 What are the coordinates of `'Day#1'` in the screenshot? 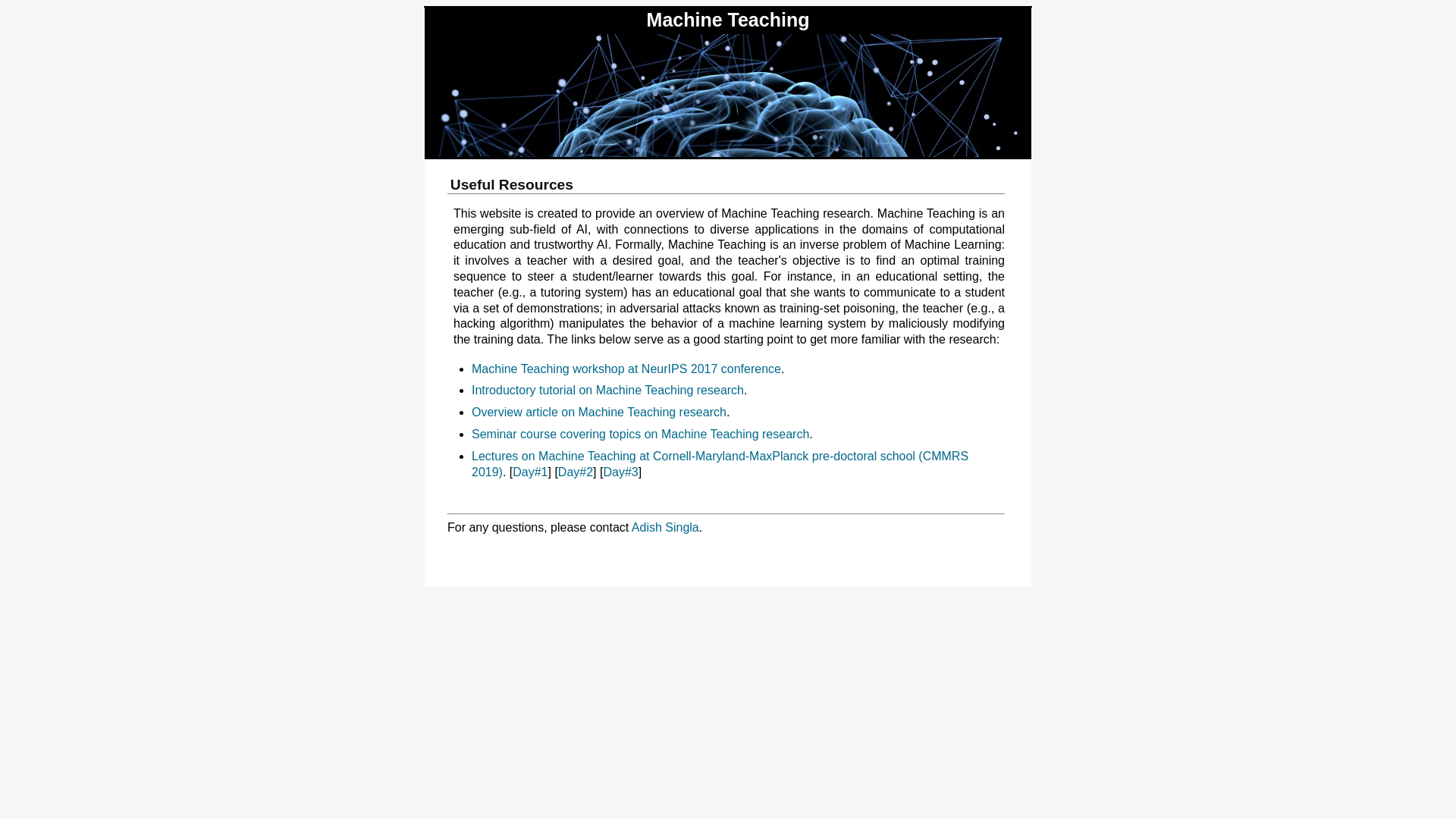 It's located at (530, 471).